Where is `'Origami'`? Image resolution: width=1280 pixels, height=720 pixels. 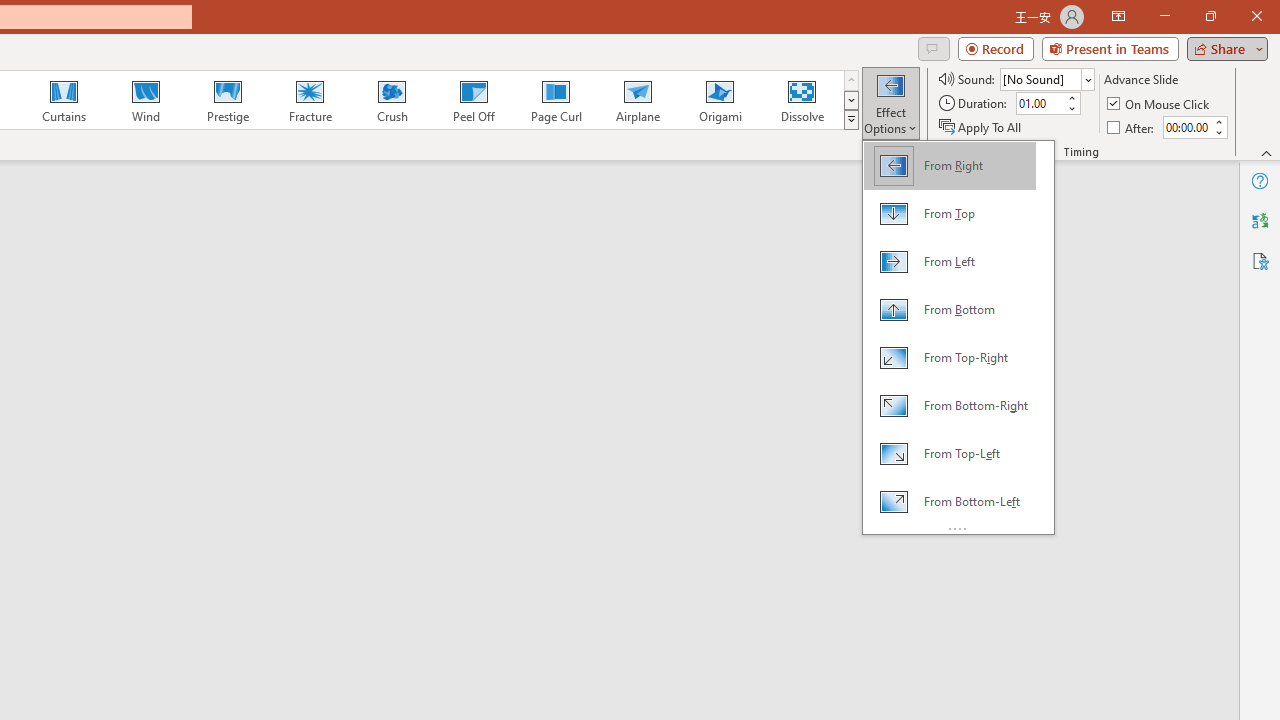 'Origami' is located at coordinates (720, 100).